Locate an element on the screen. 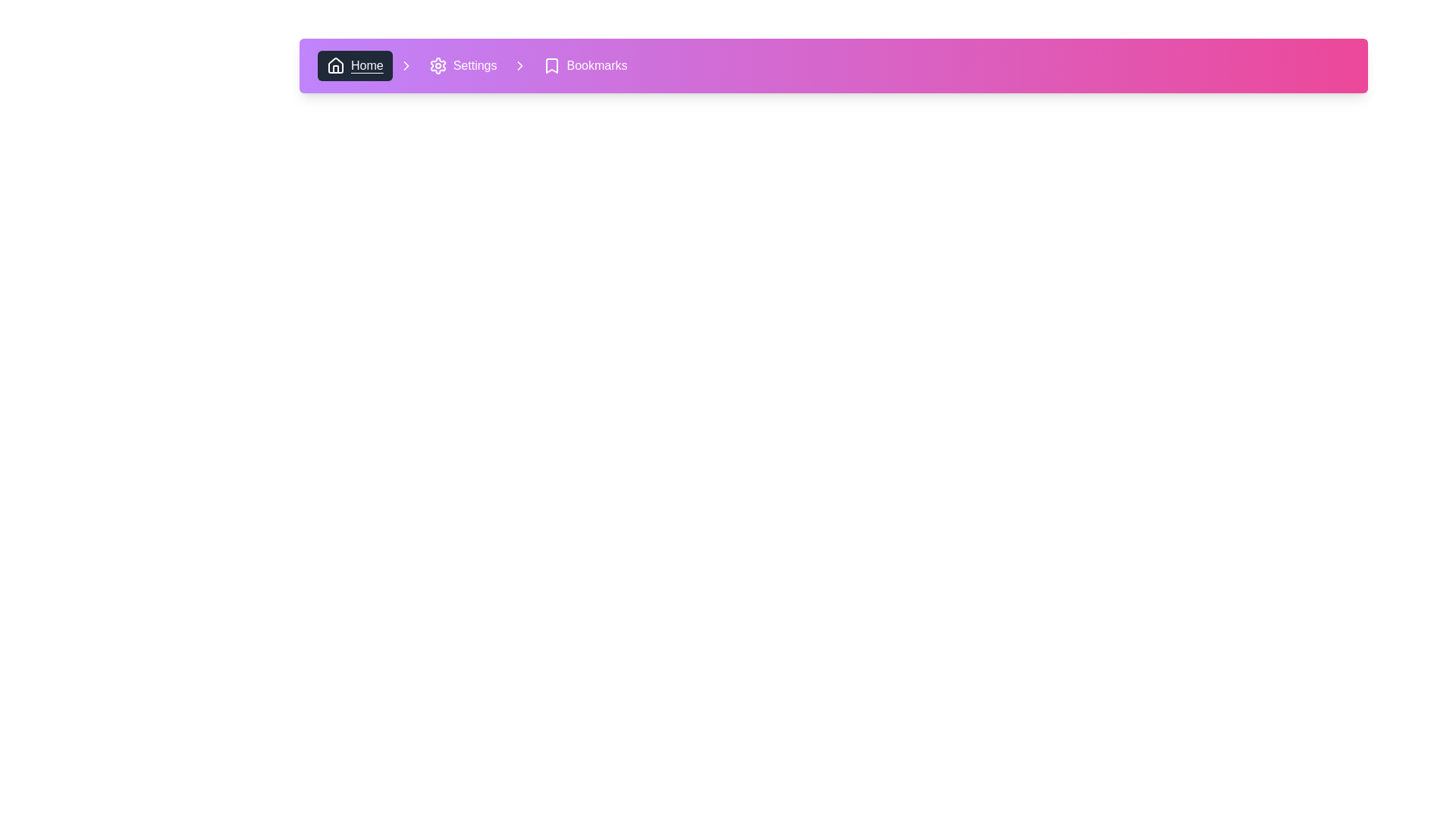 The width and height of the screenshot is (1456, 819). the 'Bookmarks' button located in the horizontal navigation bar, which is the third option after 'Home' and 'Settings' is located at coordinates (584, 65).